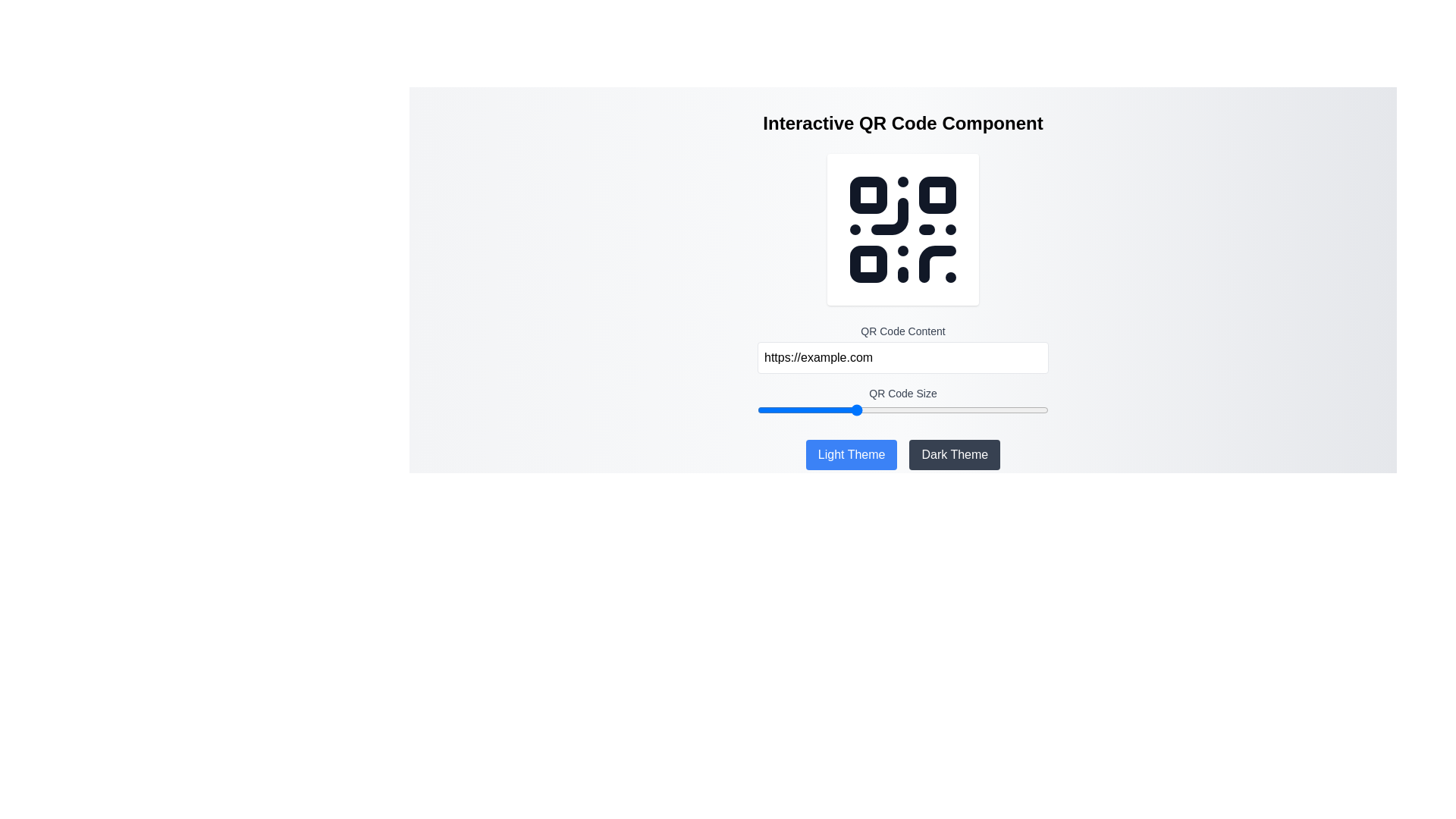 The width and height of the screenshot is (1456, 819). Describe the element at coordinates (902, 330) in the screenshot. I see `the Text label that describes the purpose of the adjacent text input field for generating a QR code, positioned above the text input and below the QR Code image` at that location.